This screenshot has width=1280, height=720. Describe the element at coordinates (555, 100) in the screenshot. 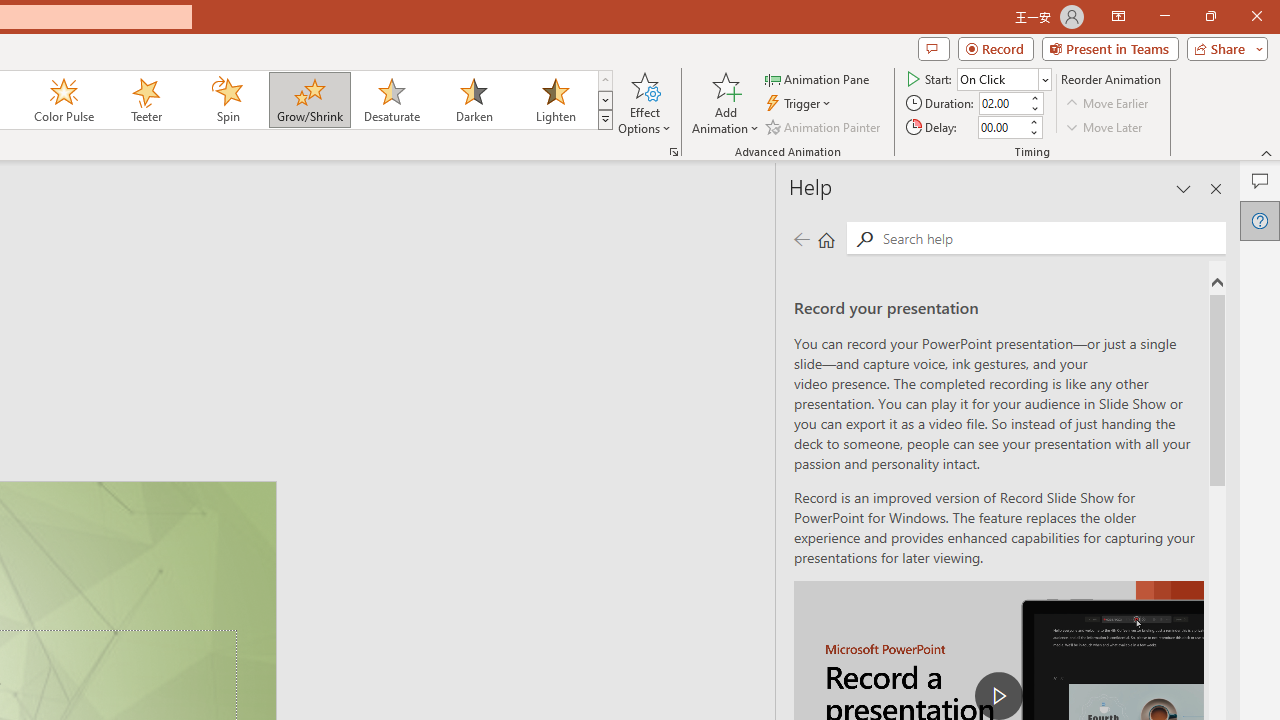

I see `'Lighten'` at that location.